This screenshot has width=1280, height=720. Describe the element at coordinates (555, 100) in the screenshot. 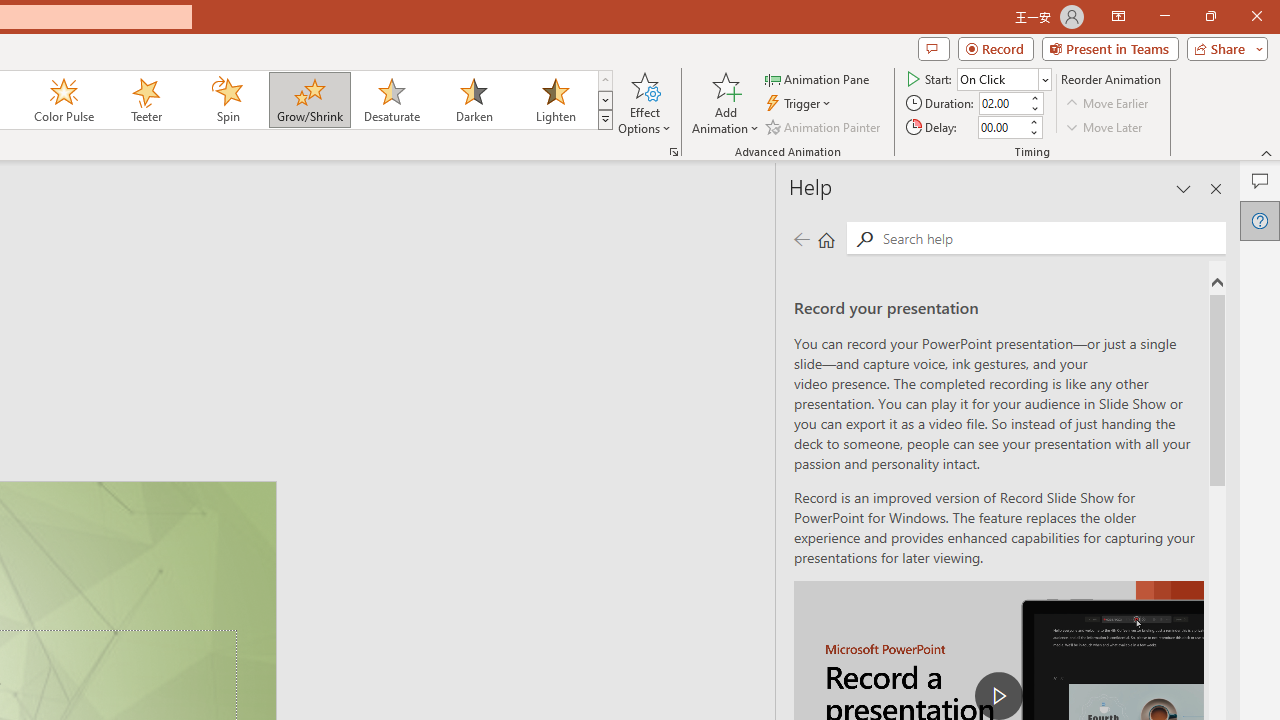

I see `'Lighten'` at that location.